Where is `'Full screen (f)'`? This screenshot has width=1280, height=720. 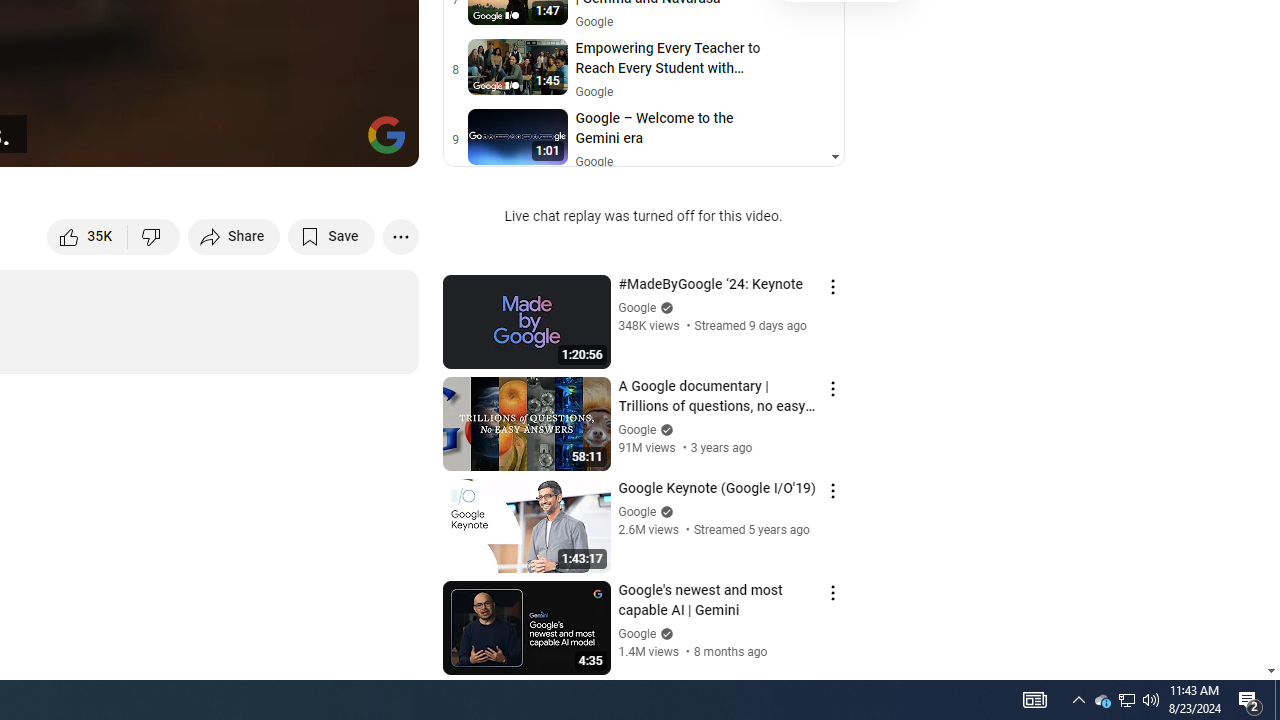 'Full screen (f)' is located at coordinates (382, 141).